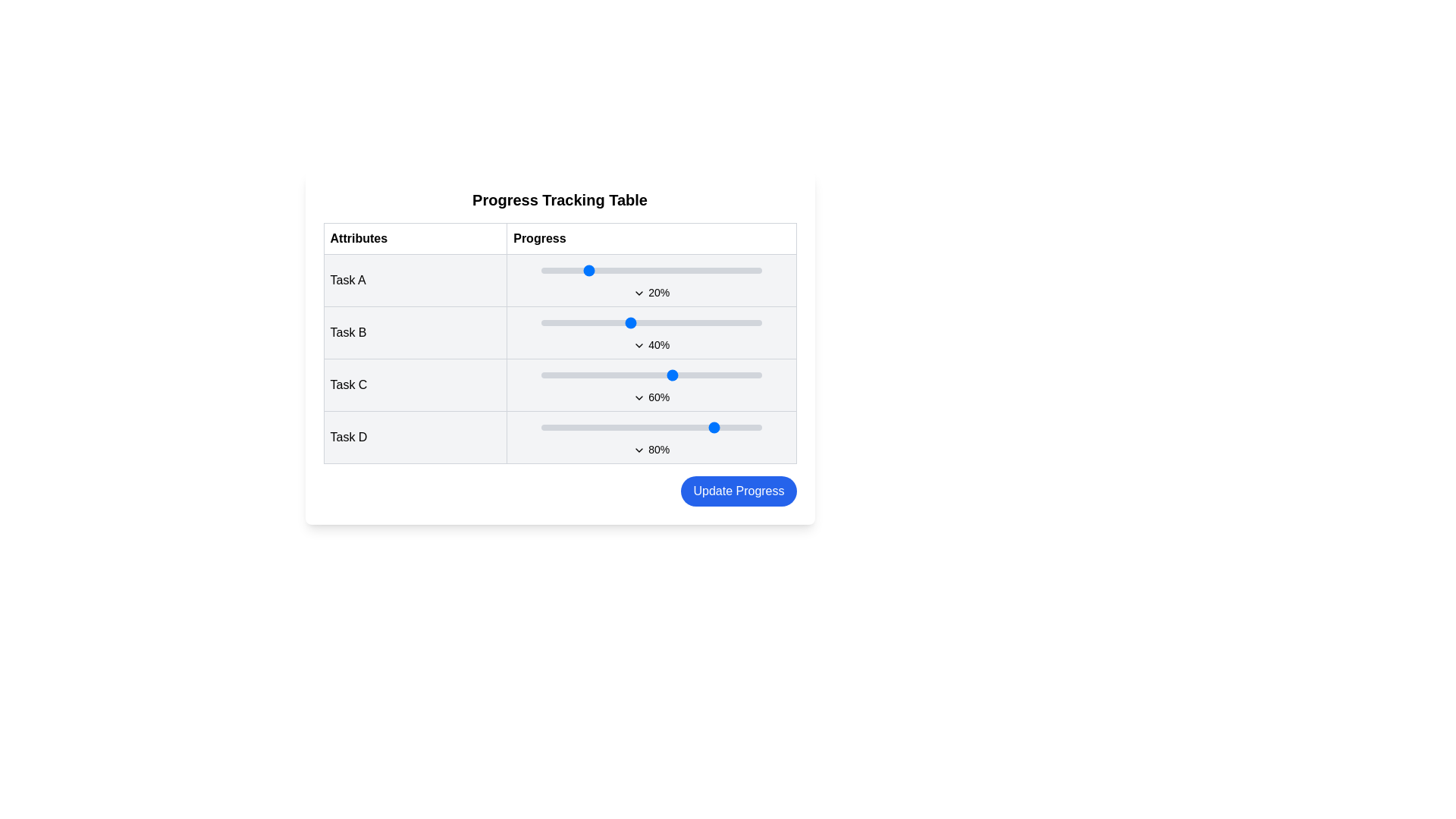 The image size is (1456, 819). Describe the element at coordinates (551, 322) in the screenshot. I see `the progress for task B` at that location.